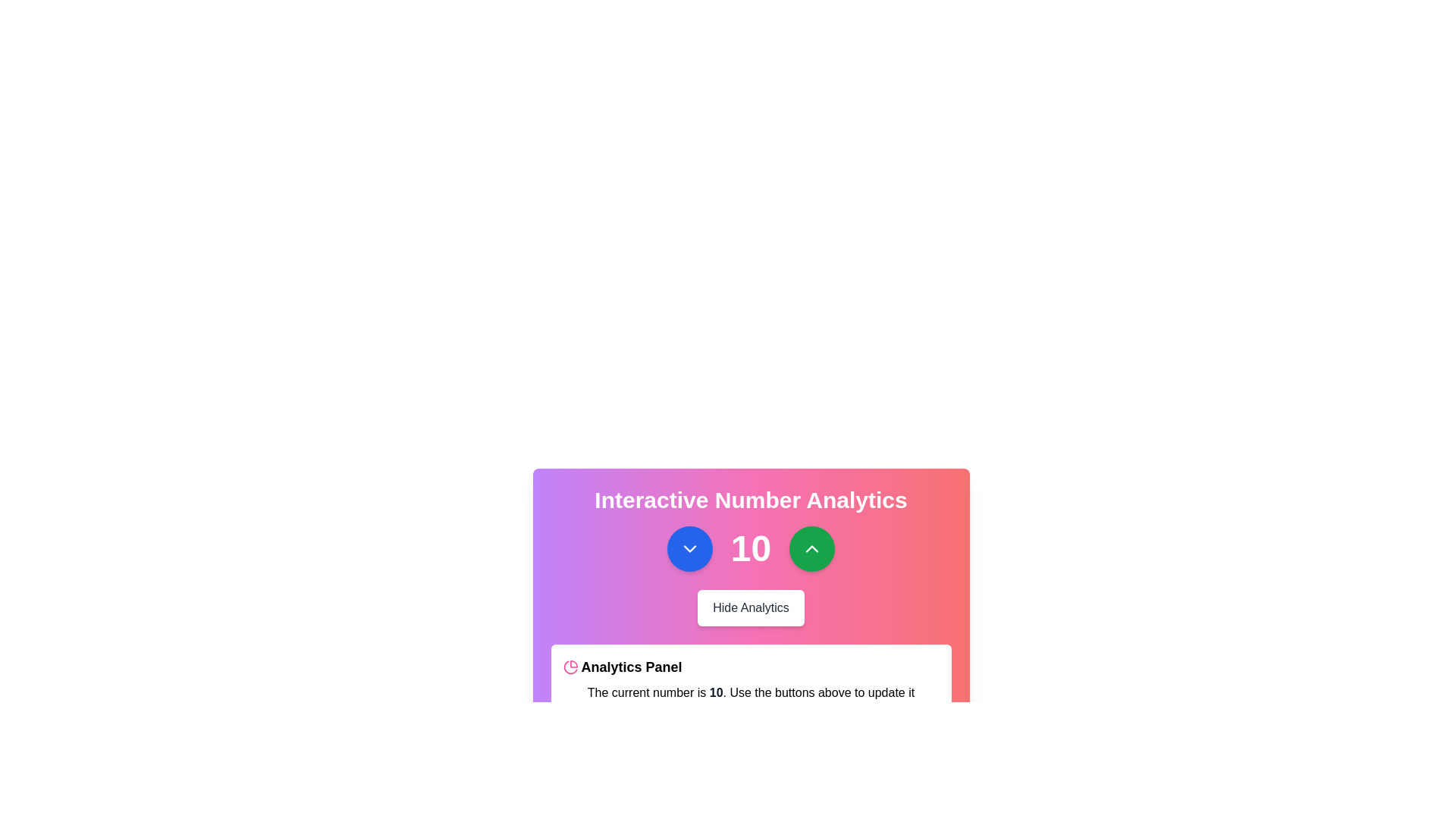  I want to click on the central numeric display of the Composite Interactive Element, so click(751, 549).